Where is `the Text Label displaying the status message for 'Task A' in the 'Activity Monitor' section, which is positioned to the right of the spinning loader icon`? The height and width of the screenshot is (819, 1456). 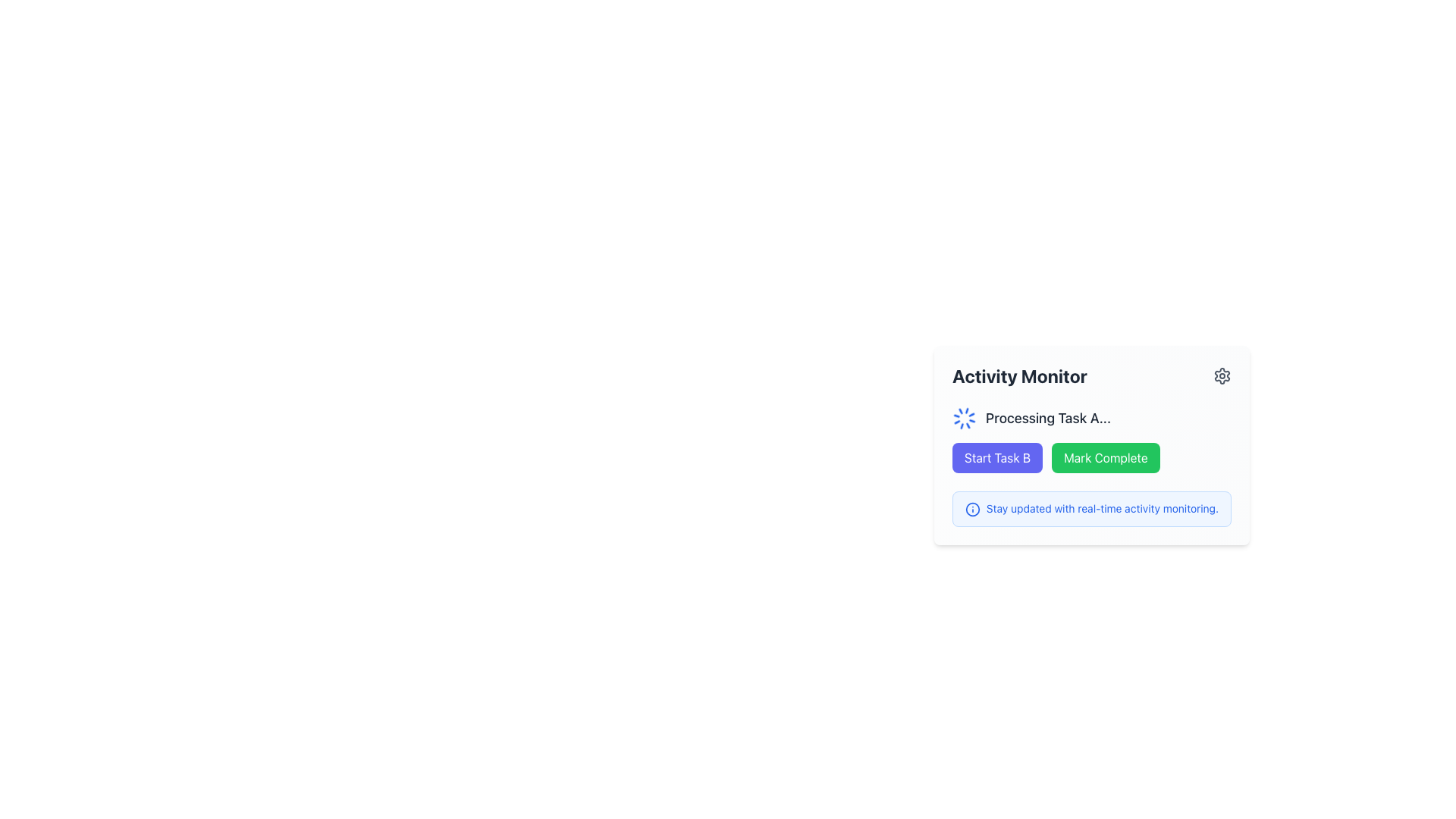 the Text Label displaying the status message for 'Task A' in the 'Activity Monitor' section, which is positioned to the right of the spinning loader icon is located at coordinates (1047, 418).